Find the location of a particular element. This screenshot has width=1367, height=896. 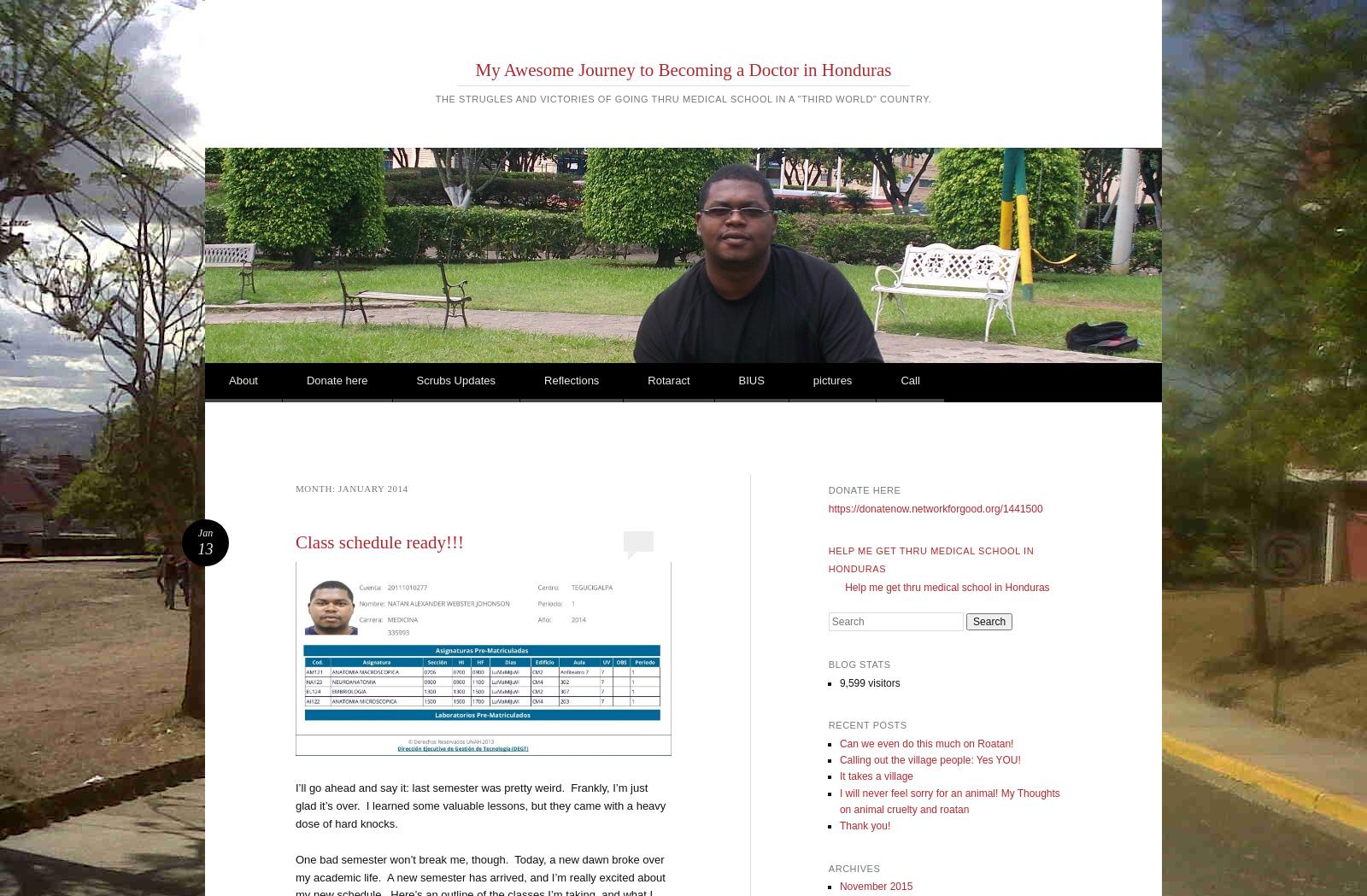

'November 2015' is located at coordinates (875, 886).